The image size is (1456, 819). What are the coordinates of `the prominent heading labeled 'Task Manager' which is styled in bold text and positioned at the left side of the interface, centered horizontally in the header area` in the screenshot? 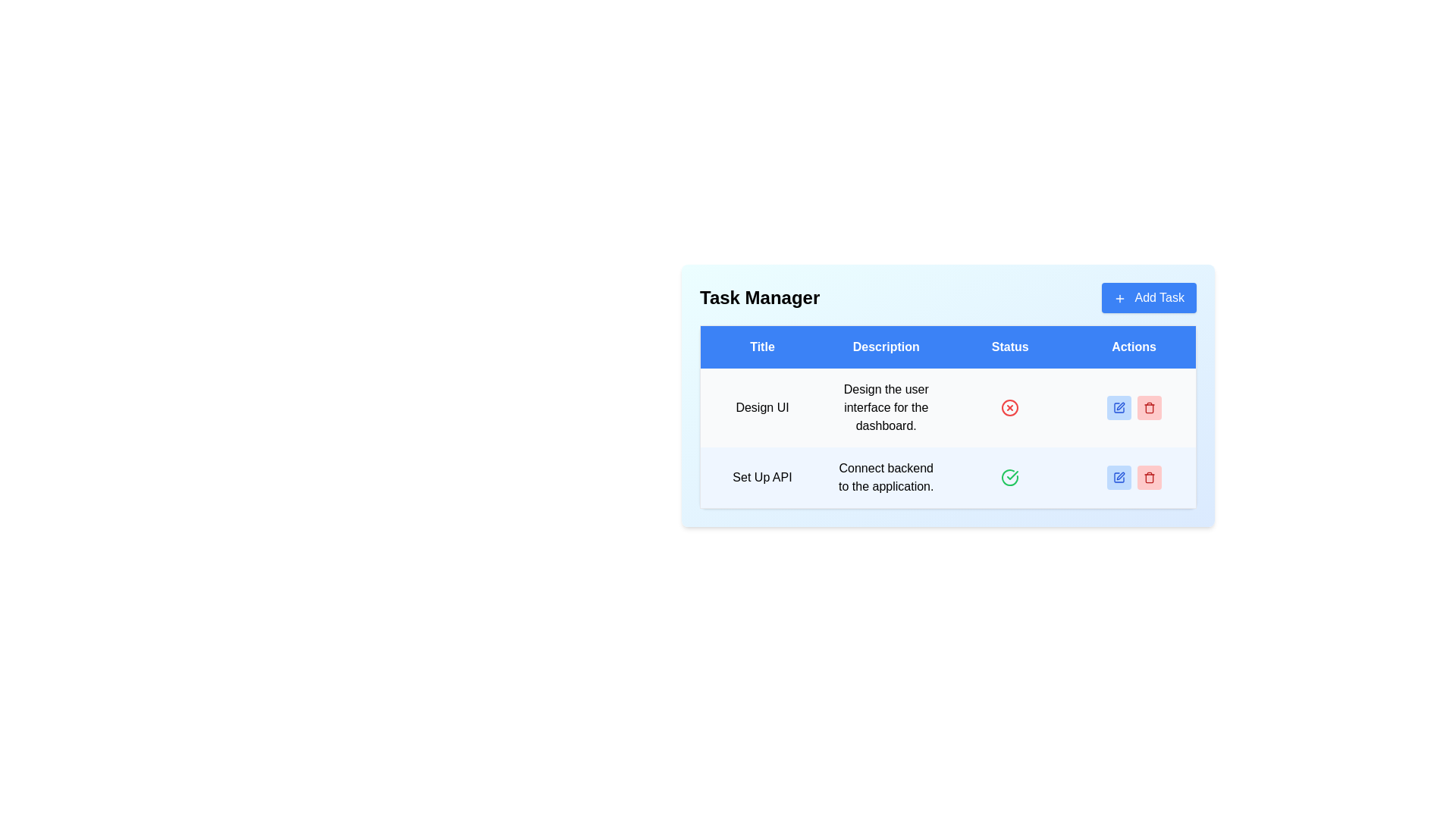 It's located at (760, 298).